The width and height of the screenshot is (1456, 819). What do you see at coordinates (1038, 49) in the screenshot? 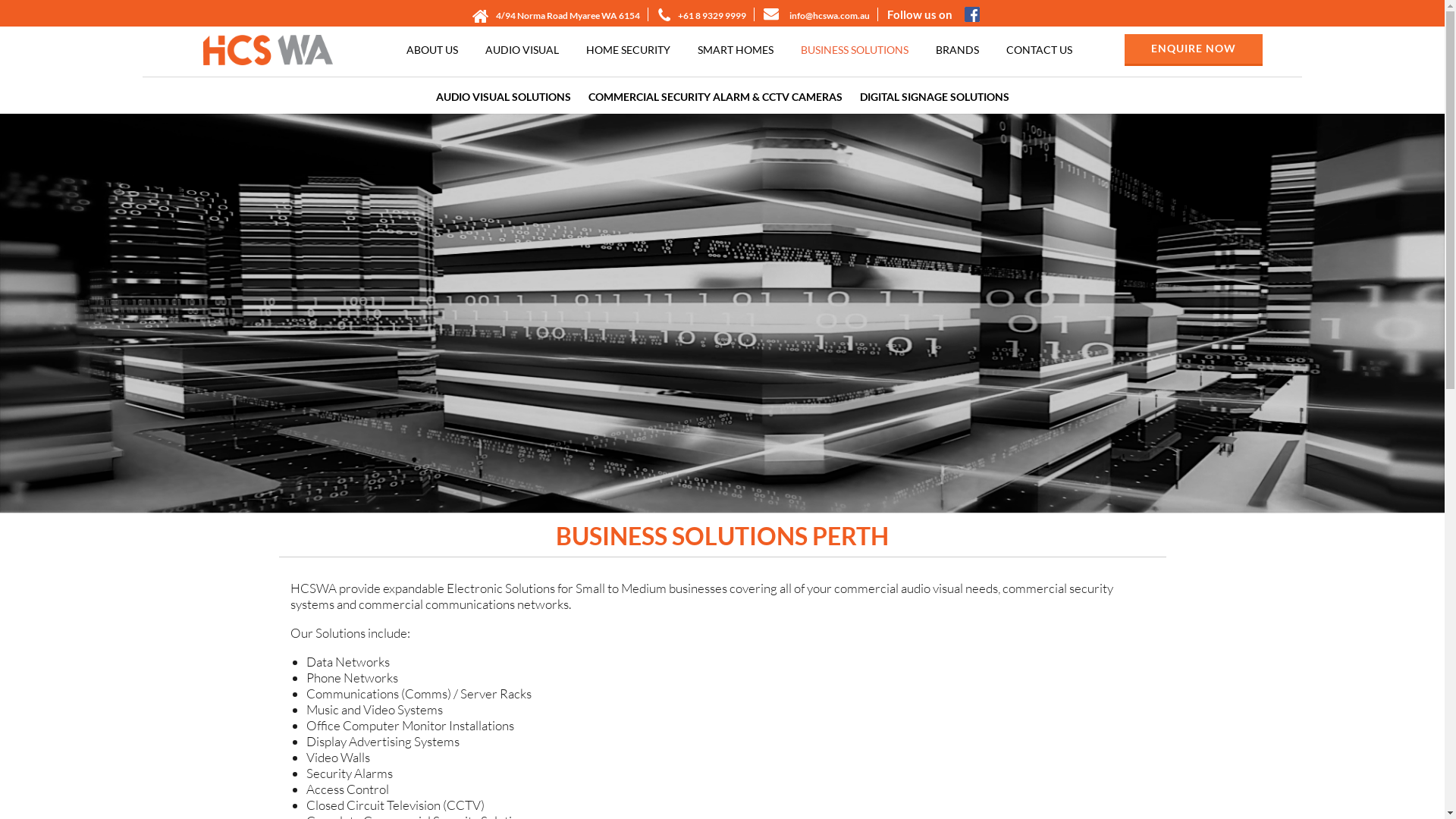
I see `'CONTACT US'` at bounding box center [1038, 49].